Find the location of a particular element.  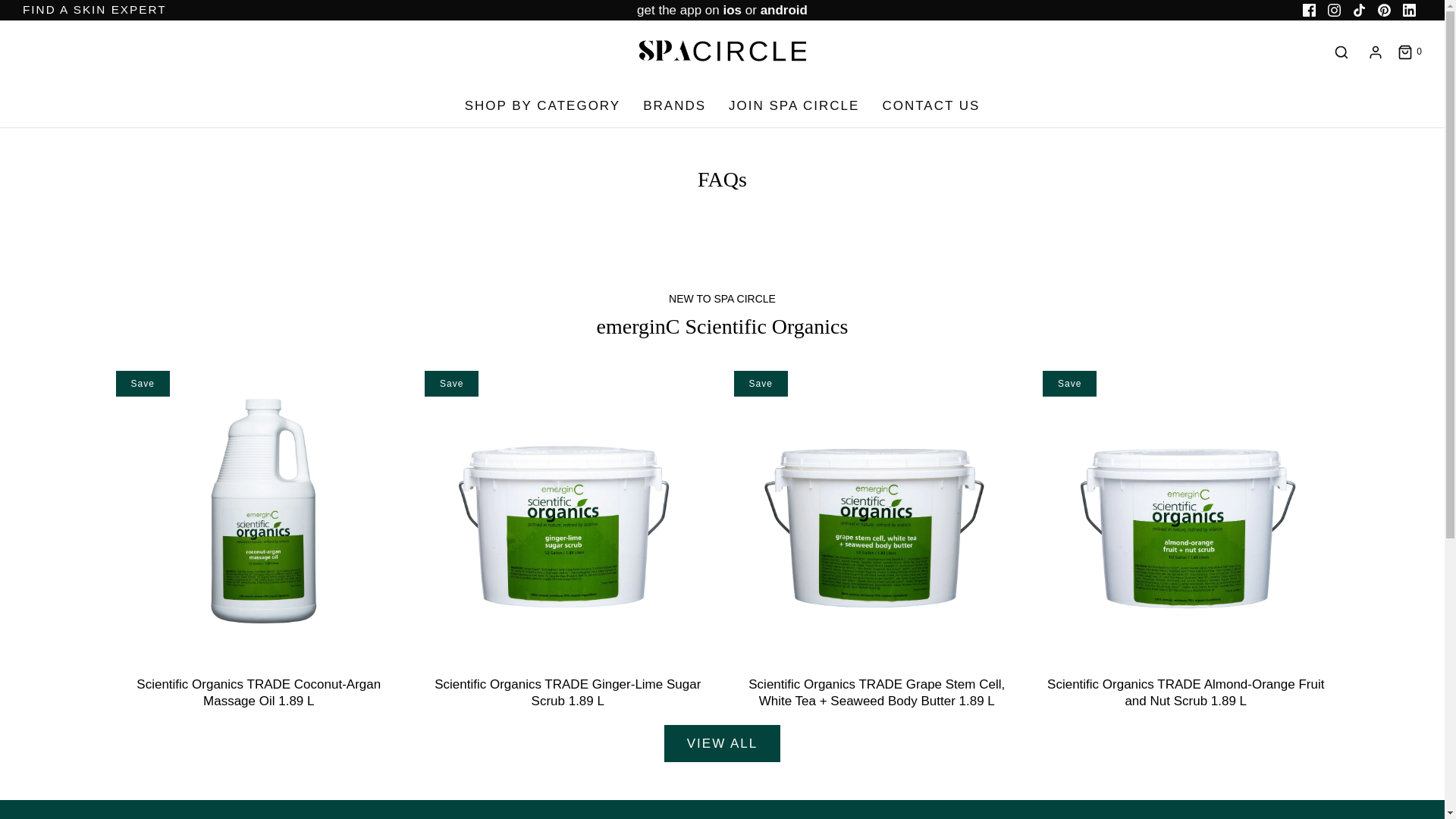

'FIND A SKIN EXPERT' is located at coordinates (93, 9).